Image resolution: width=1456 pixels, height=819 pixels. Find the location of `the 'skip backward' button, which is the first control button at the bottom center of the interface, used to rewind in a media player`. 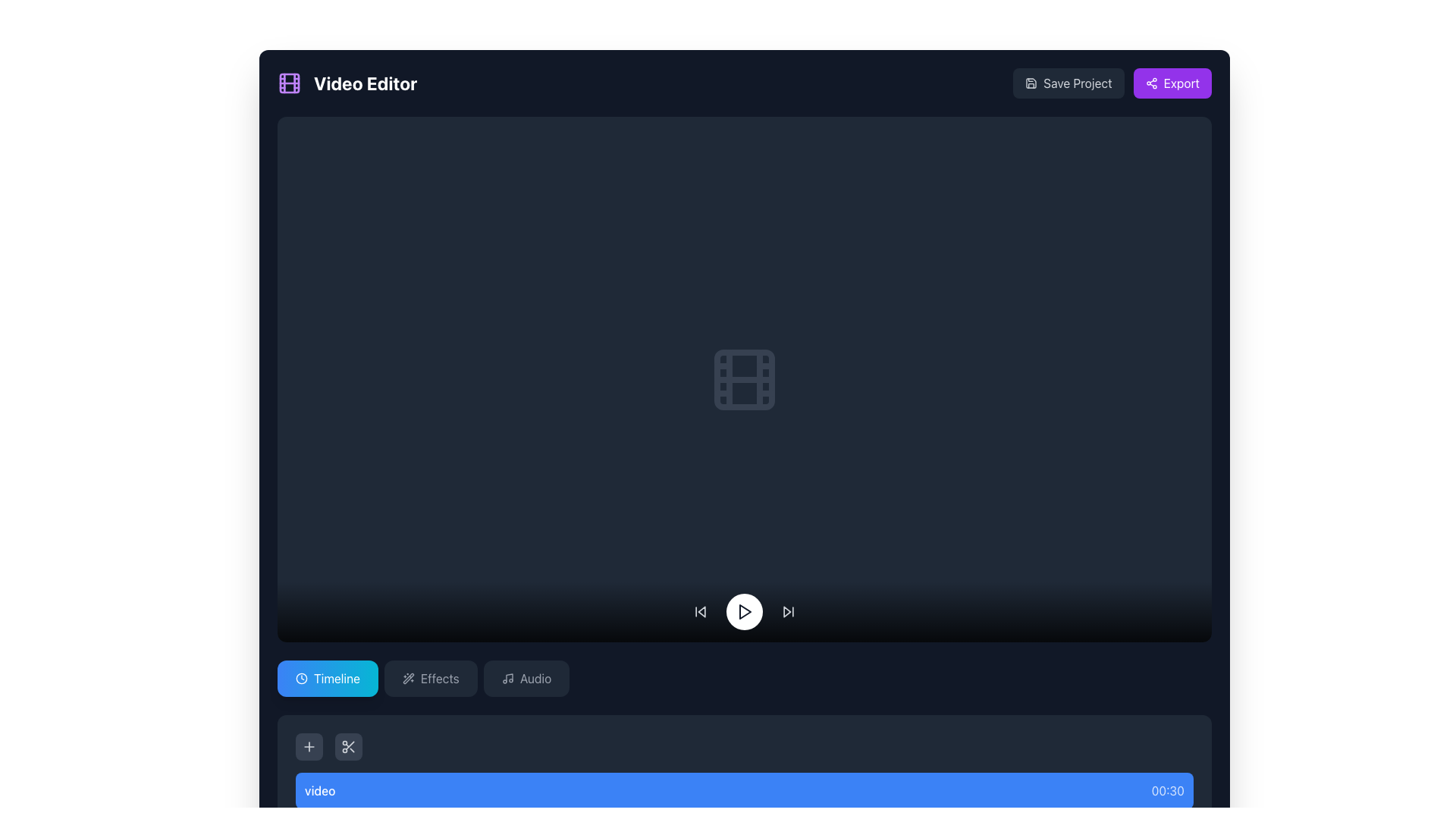

the 'skip backward' button, which is the first control button at the bottom center of the interface, used to rewind in a media player is located at coordinates (700, 610).